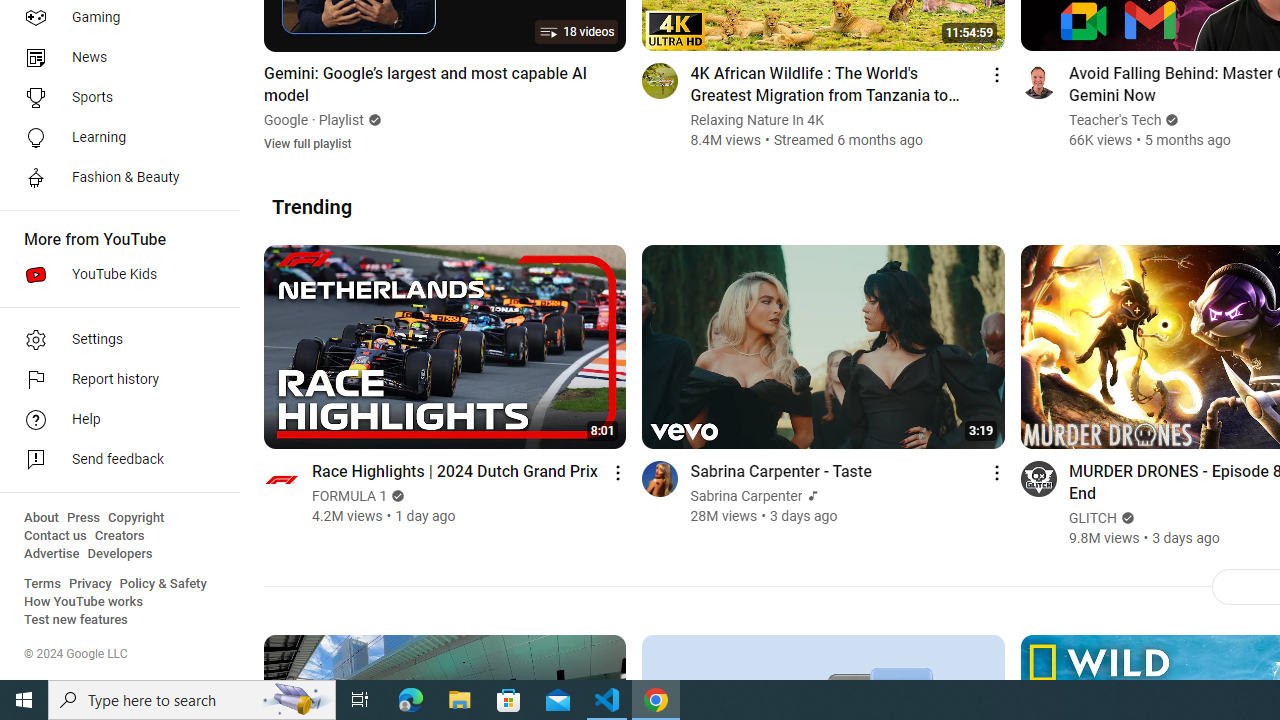 Image resolution: width=1280 pixels, height=720 pixels. What do you see at coordinates (341, 120) in the screenshot?
I see `'Playlist'` at bounding box center [341, 120].